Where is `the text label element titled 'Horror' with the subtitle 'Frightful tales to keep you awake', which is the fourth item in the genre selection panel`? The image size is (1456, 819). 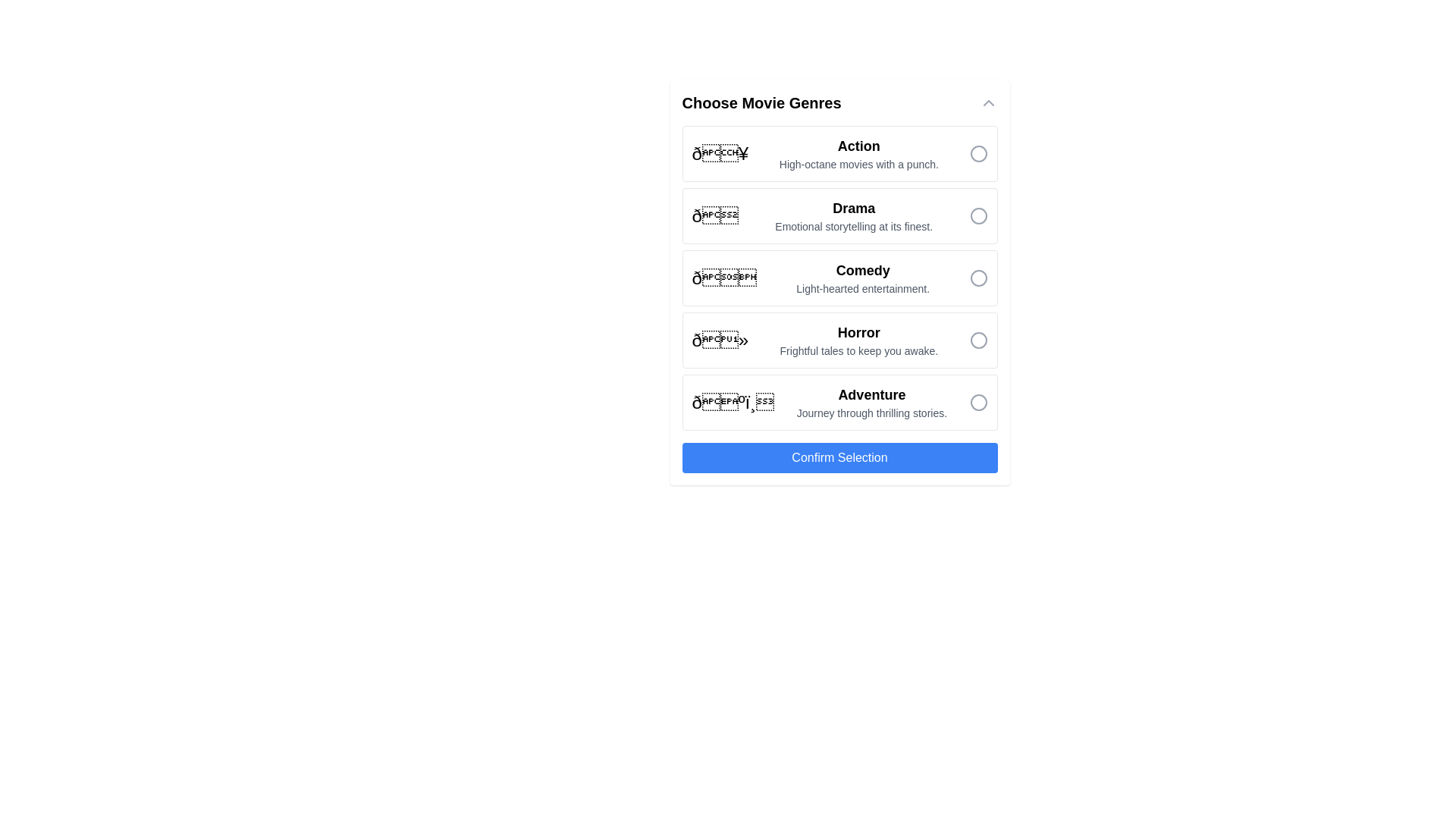
the text label element titled 'Horror' with the subtitle 'Frightful tales to keep you awake', which is the fourth item in the genre selection panel is located at coordinates (858, 339).